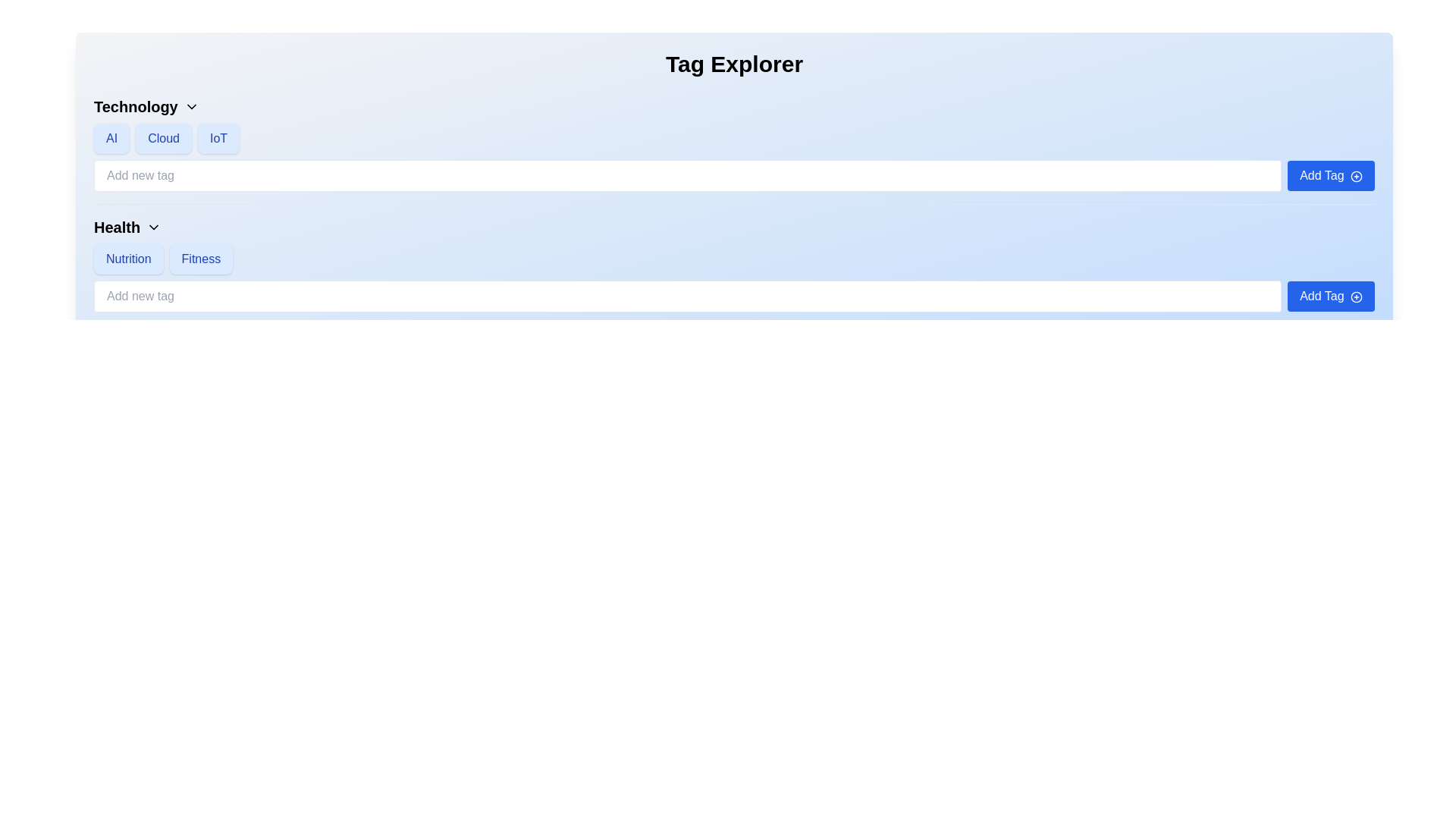 This screenshot has height=819, width=1456. Describe the element at coordinates (190, 106) in the screenshot. I see `the Dropdown indicator (chevron symbol) next to the 'Technology' label` at that location.